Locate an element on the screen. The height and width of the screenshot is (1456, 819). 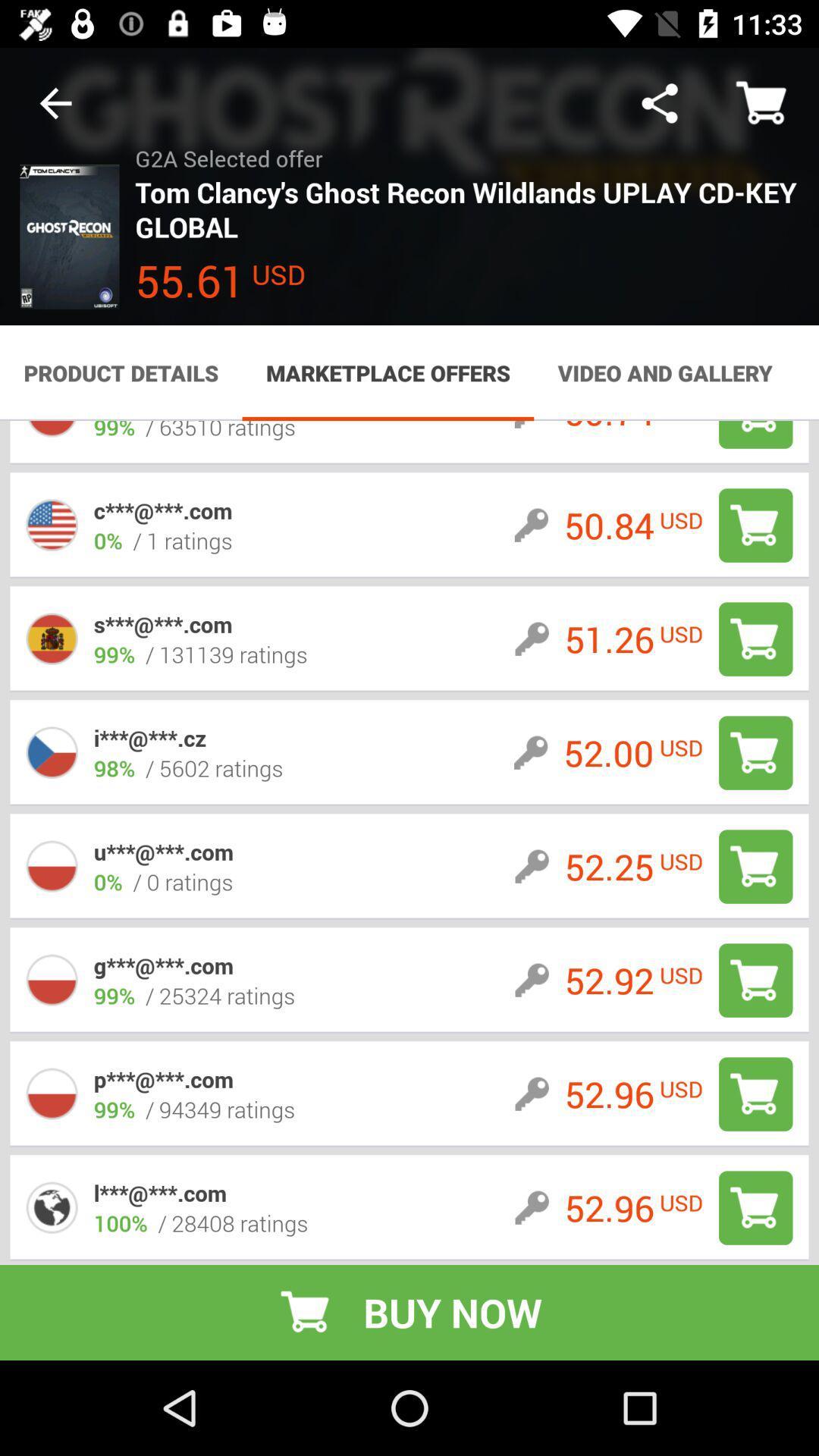
buy option is located at coordinates (755, 980).